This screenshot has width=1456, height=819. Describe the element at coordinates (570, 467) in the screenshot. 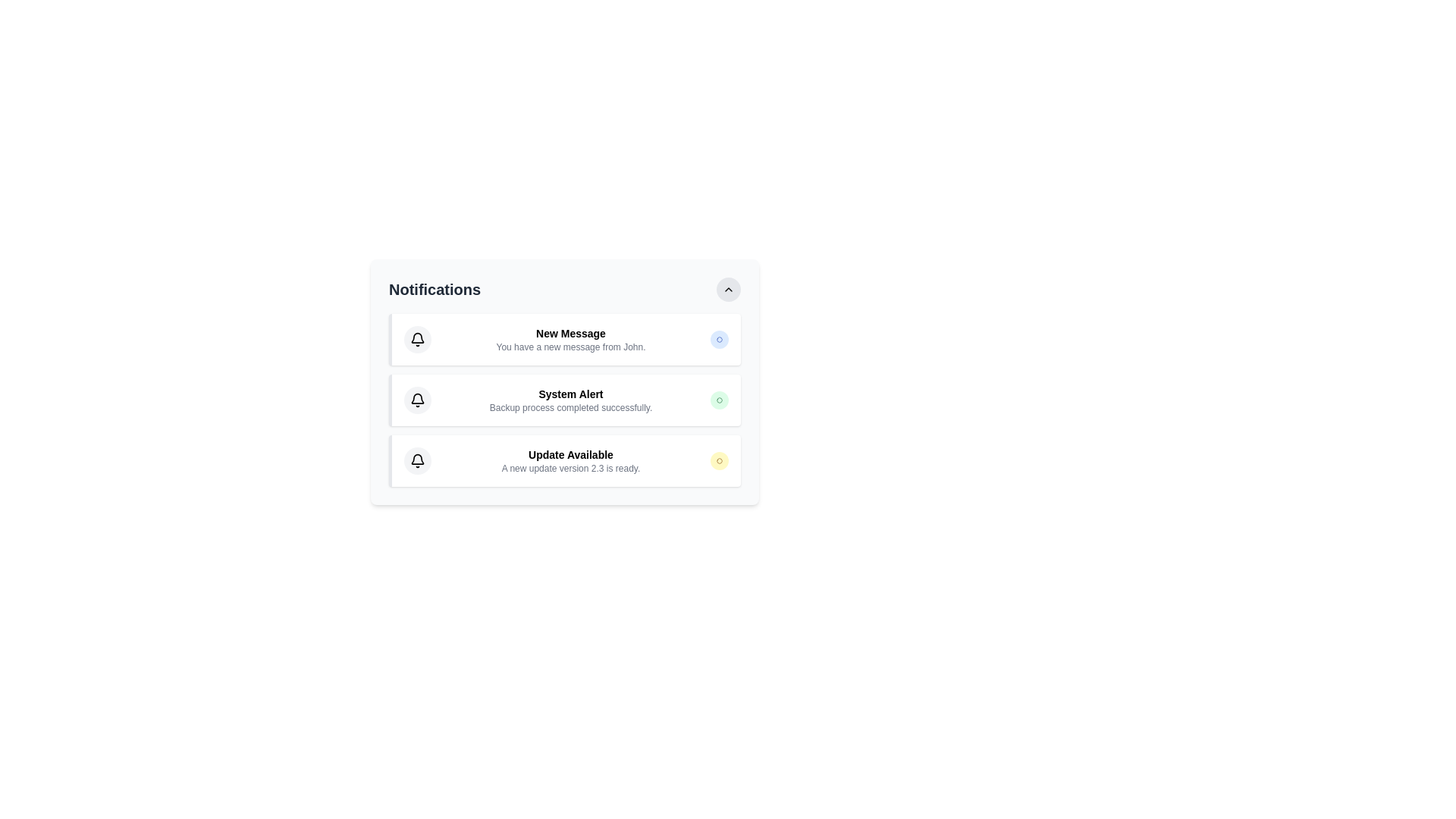

I see `the descriptive text label that provides additional information about the 'Update Available' notification, located directly below the title of the notification in the third item of a stacked list interface` at that location.